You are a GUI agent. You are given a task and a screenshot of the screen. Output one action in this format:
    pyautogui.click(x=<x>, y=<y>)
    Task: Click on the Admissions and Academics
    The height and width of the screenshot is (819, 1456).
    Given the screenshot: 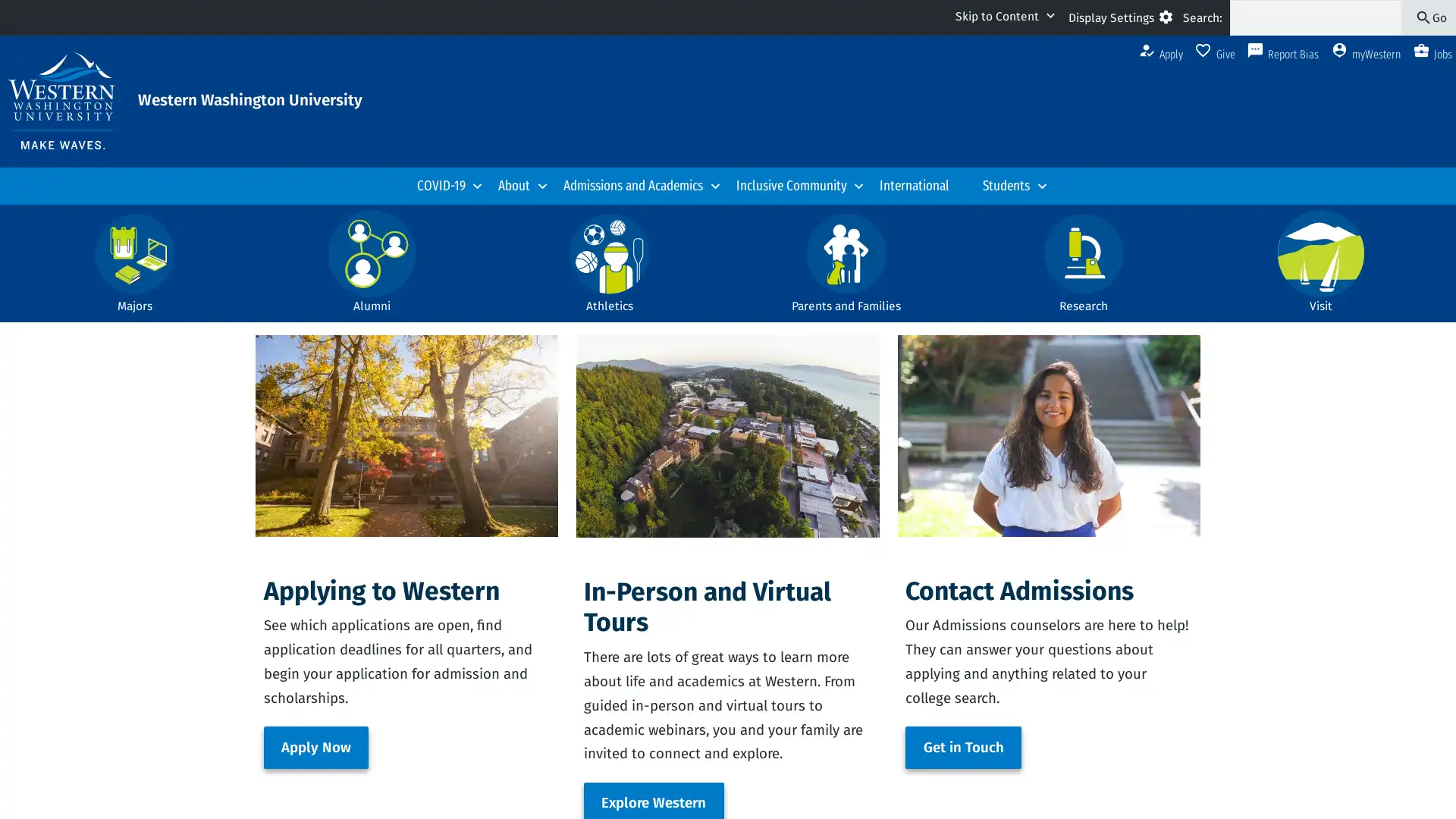 What is the action you would take?
    pyautogui.click(x=637, y=185)
    